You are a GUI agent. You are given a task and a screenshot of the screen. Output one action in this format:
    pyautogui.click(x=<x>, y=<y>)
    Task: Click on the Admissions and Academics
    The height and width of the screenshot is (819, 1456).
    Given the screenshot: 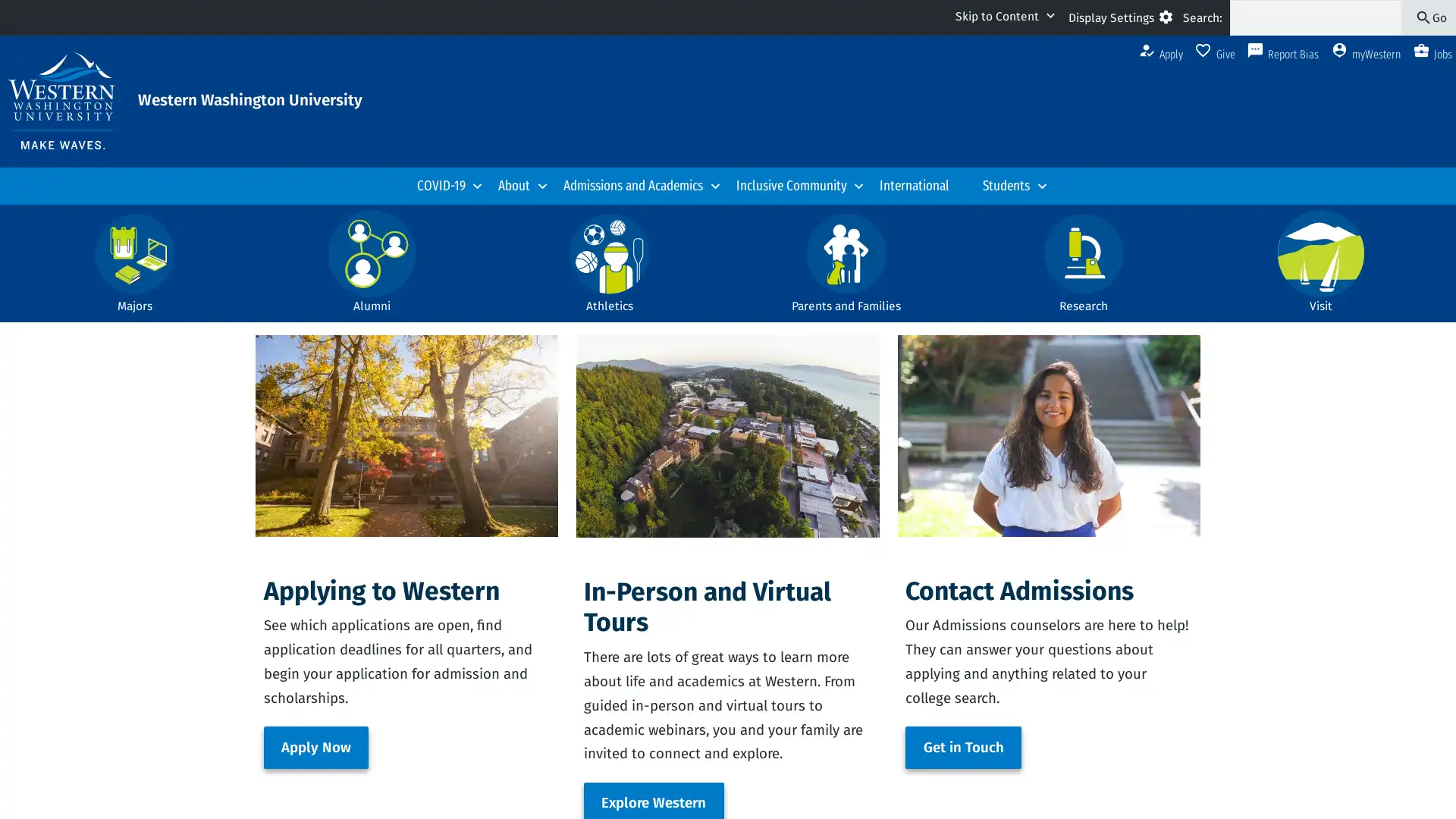 What is the action you would take?
    pyautogui.click(x=637, y=185)
    